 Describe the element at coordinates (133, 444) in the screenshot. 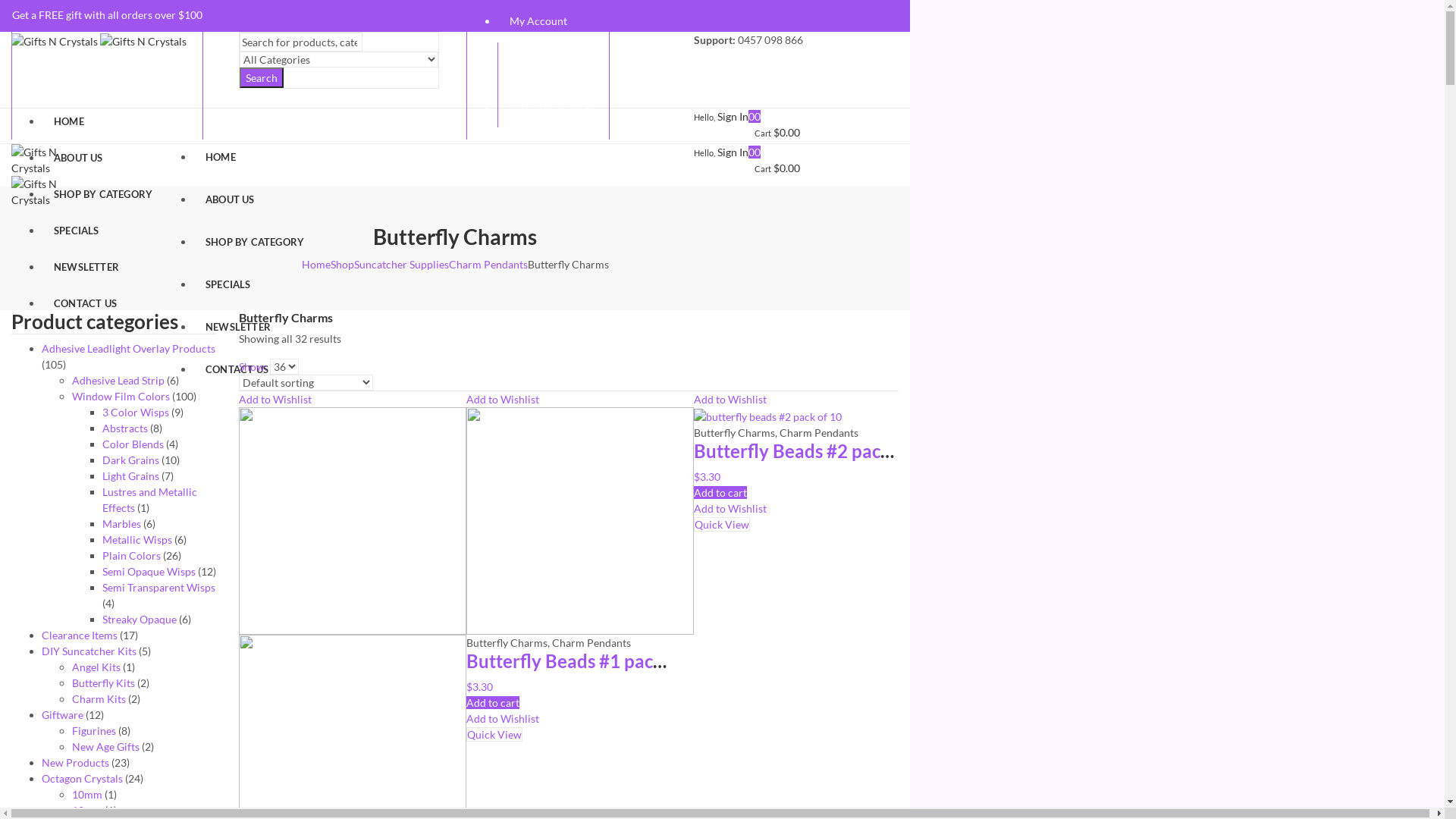

I see `'Color Blends'` at that location.